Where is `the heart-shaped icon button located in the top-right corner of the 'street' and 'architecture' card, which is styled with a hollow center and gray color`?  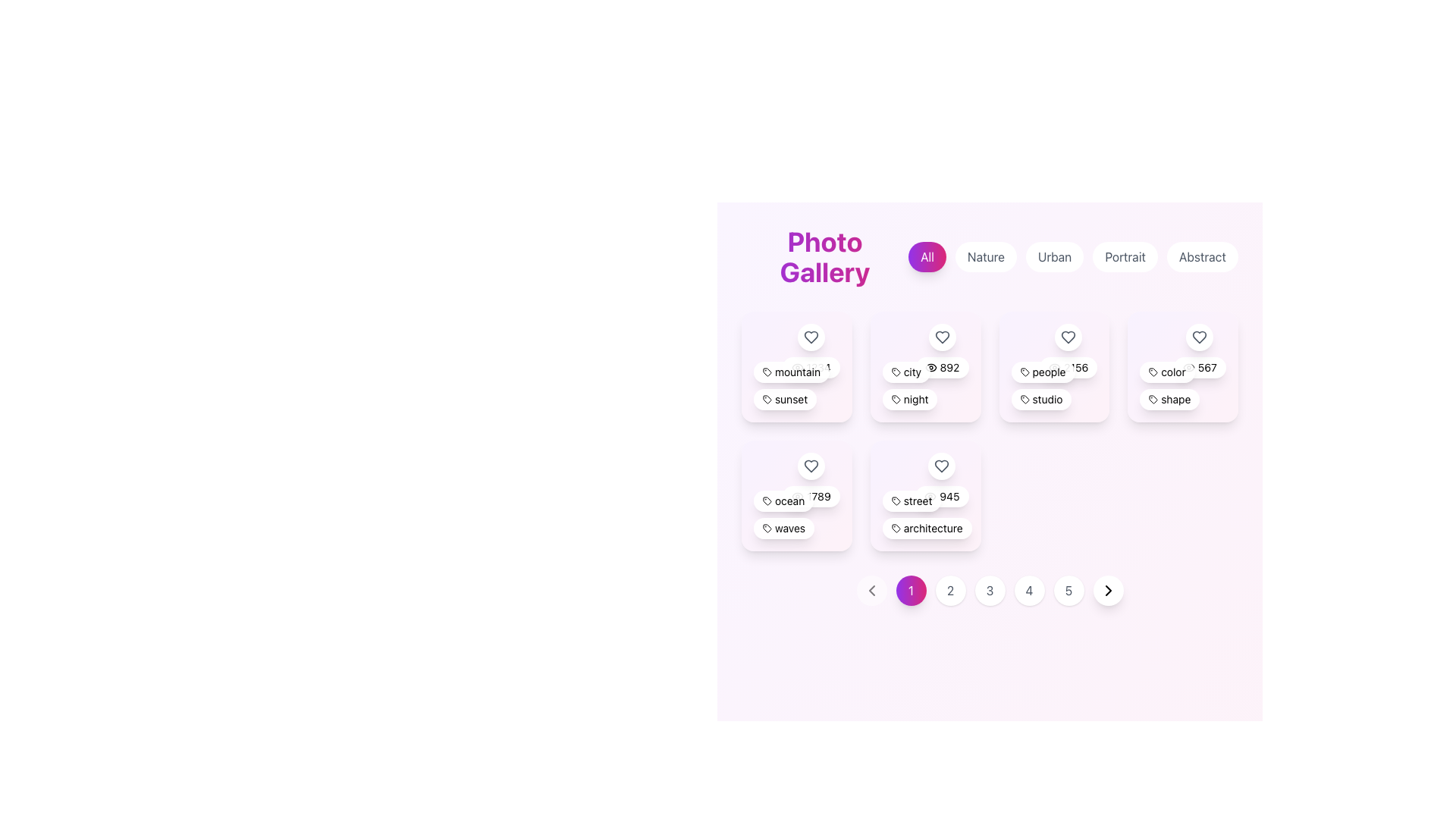 the heart-shaped icon button located in the top-right corner of the 'street' and 'architecture' card, which is styled with a hollow center and gray color is located at coordinates (941, 465).